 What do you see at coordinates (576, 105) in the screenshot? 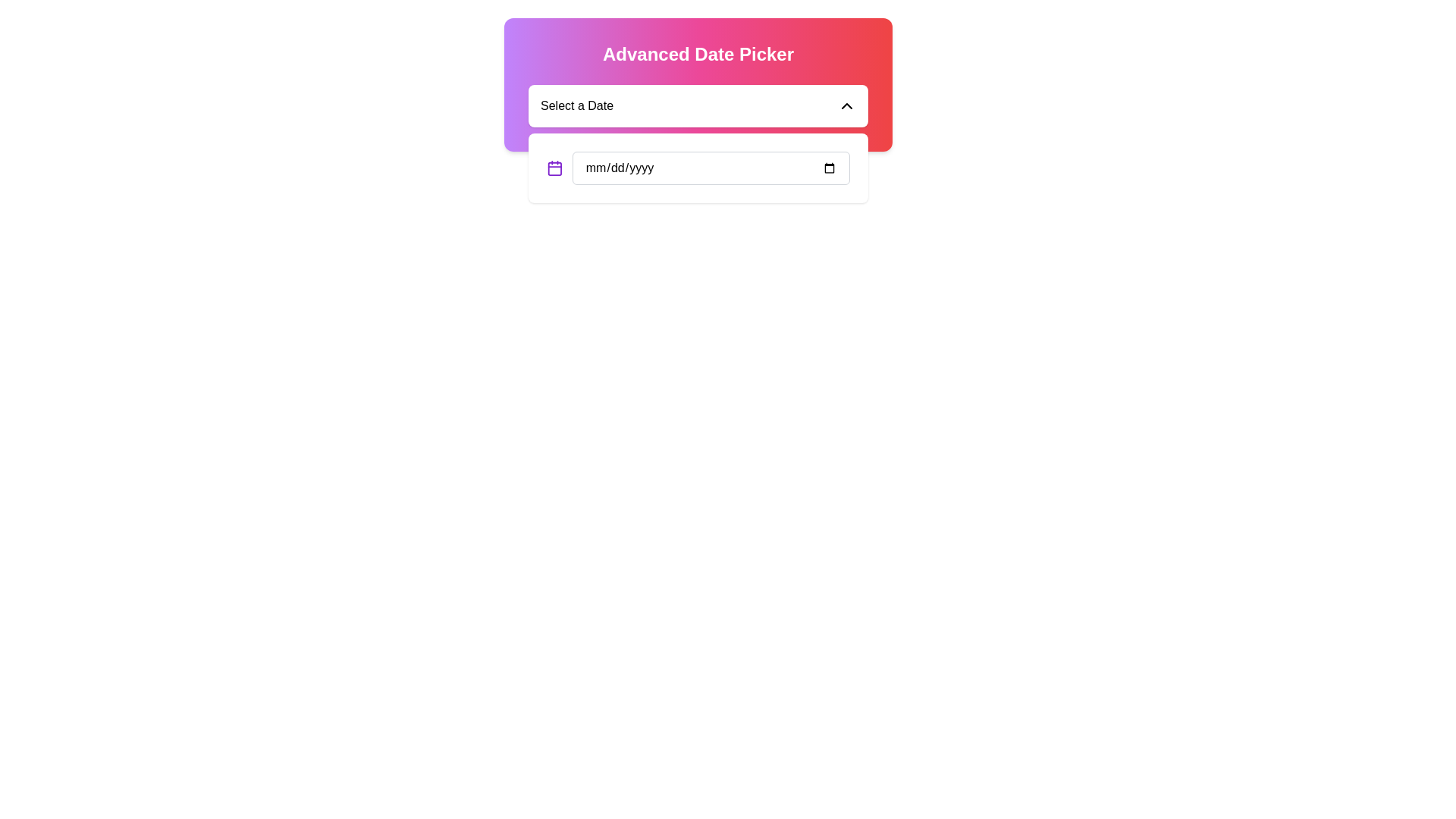
I see `the 'Select a Date' label element, which is a text string in black font inside a white, rounded rectangular box located below the 'Advanced Date Picker' title` at bounding box center [576, 105].